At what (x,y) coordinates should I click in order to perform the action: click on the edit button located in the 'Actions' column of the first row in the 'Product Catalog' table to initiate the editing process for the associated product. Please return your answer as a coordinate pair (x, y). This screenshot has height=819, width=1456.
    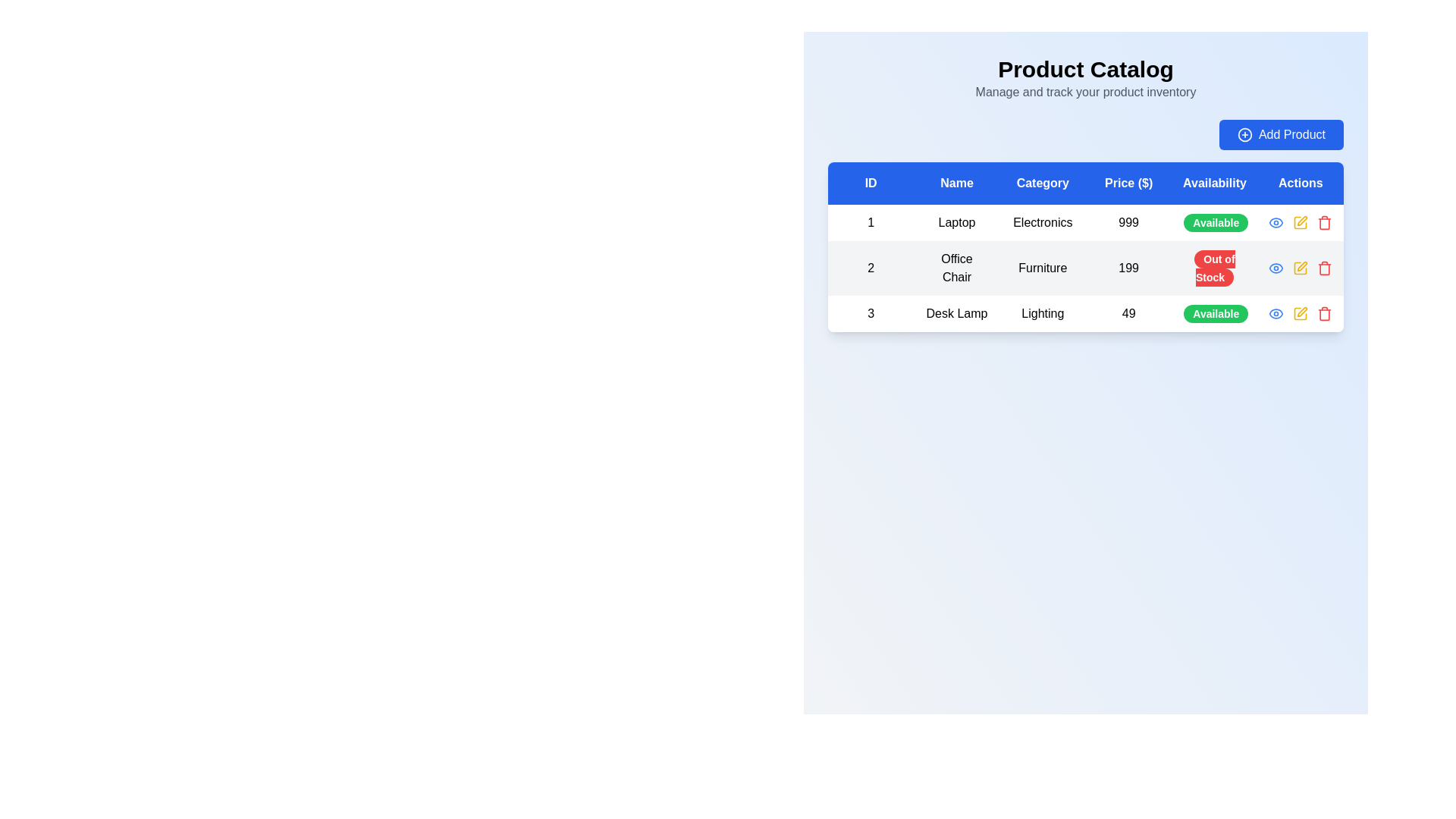
    Looking at the image, I should click on (1300, 222).